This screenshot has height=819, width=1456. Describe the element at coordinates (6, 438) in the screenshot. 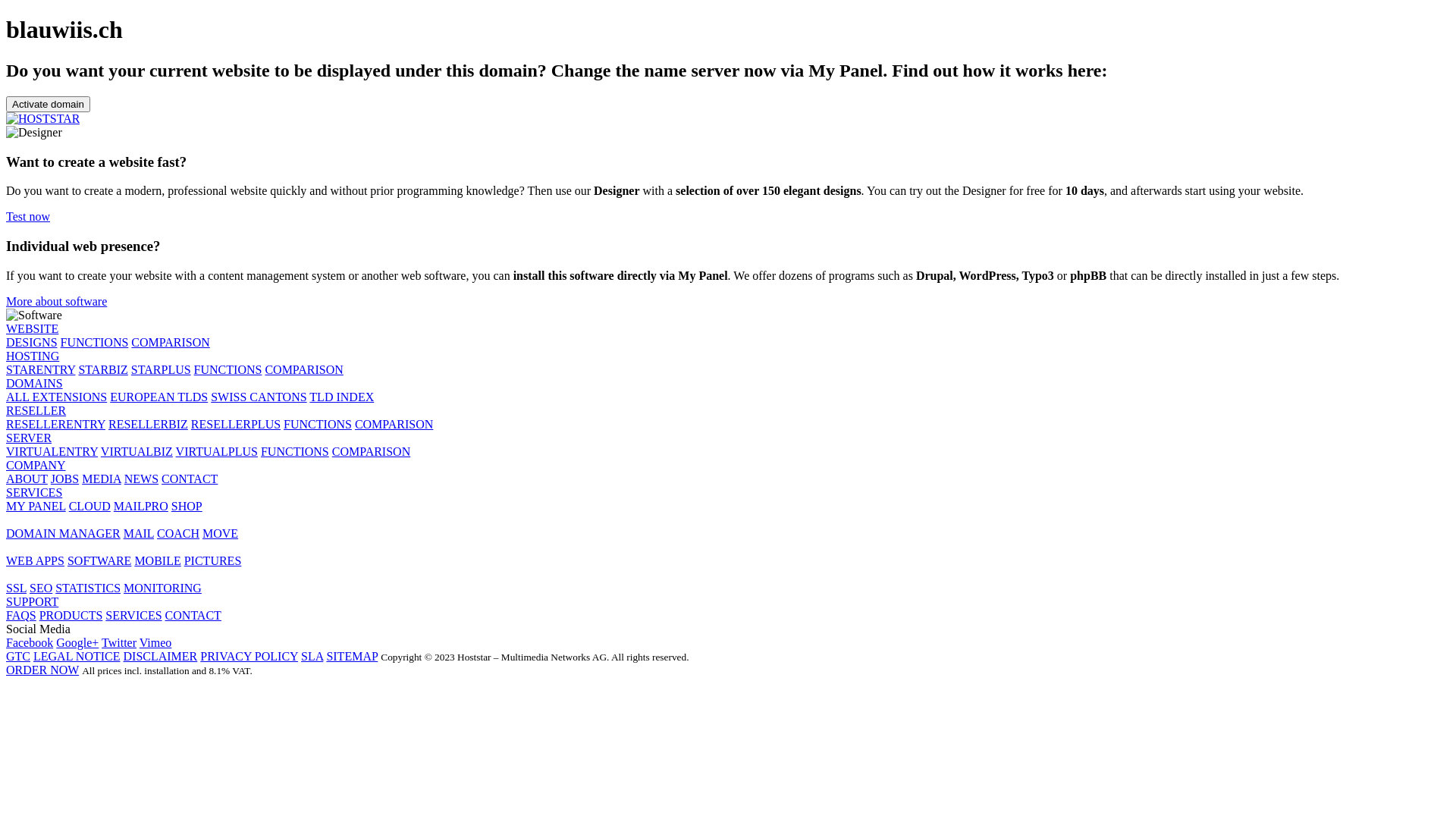

I see `'SERVER'` at that location.